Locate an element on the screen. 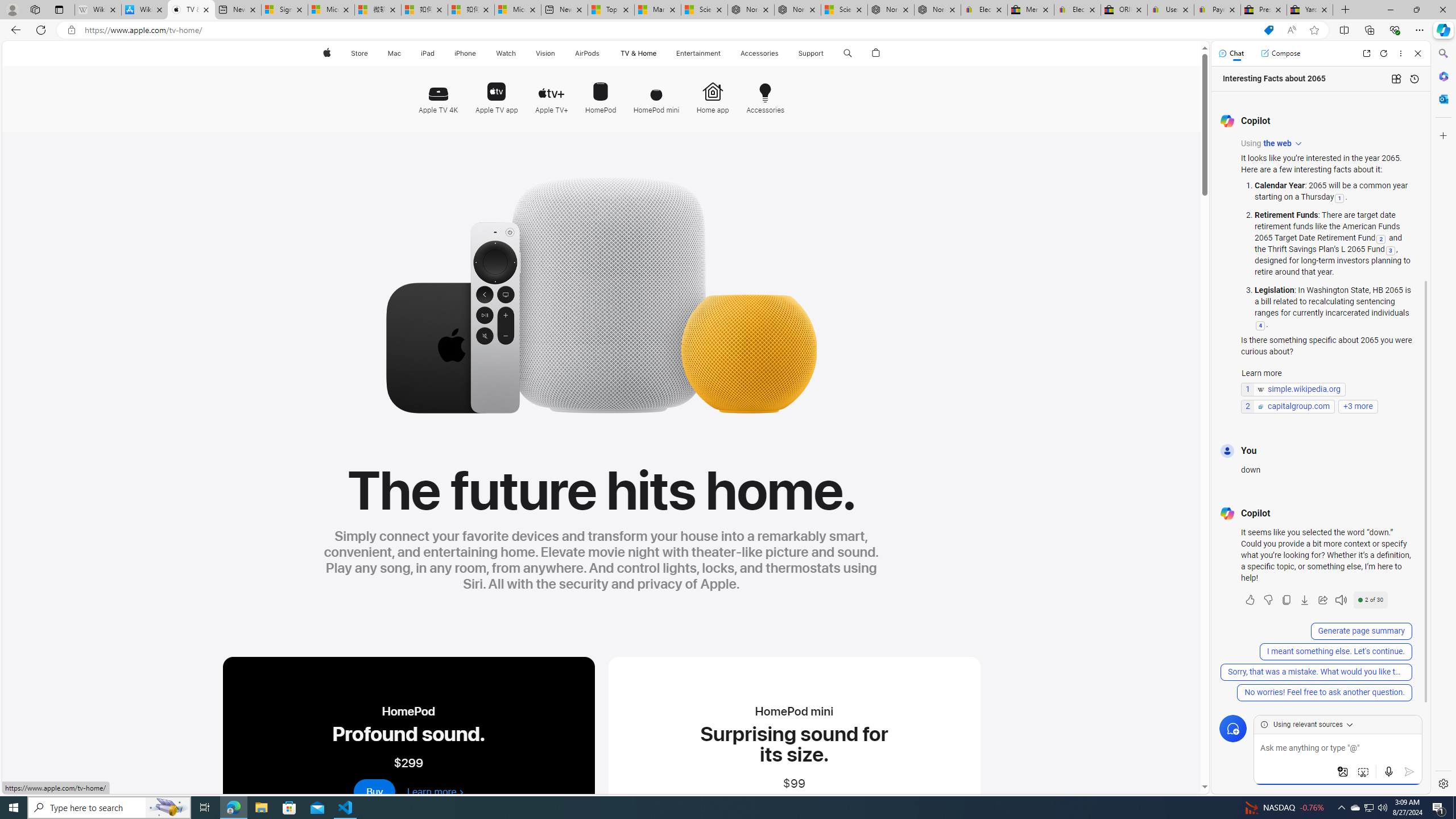 The image size is (1456, 819). 'Vision menu' is located at coordinates (558, 53).